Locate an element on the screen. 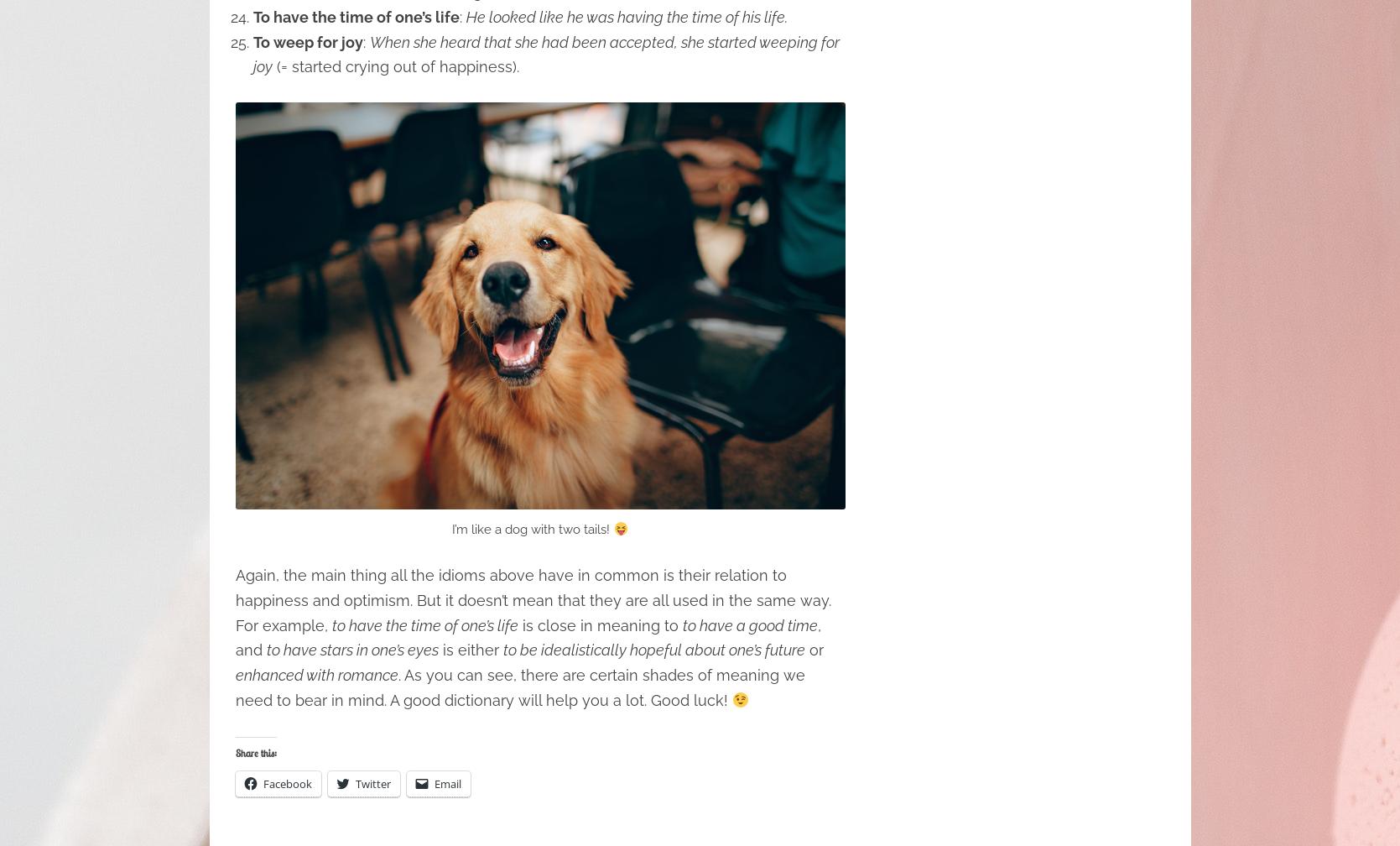 This screenshot has height=846, width=1400. 'is close in meaning to' is located at coordinates (598, 624).